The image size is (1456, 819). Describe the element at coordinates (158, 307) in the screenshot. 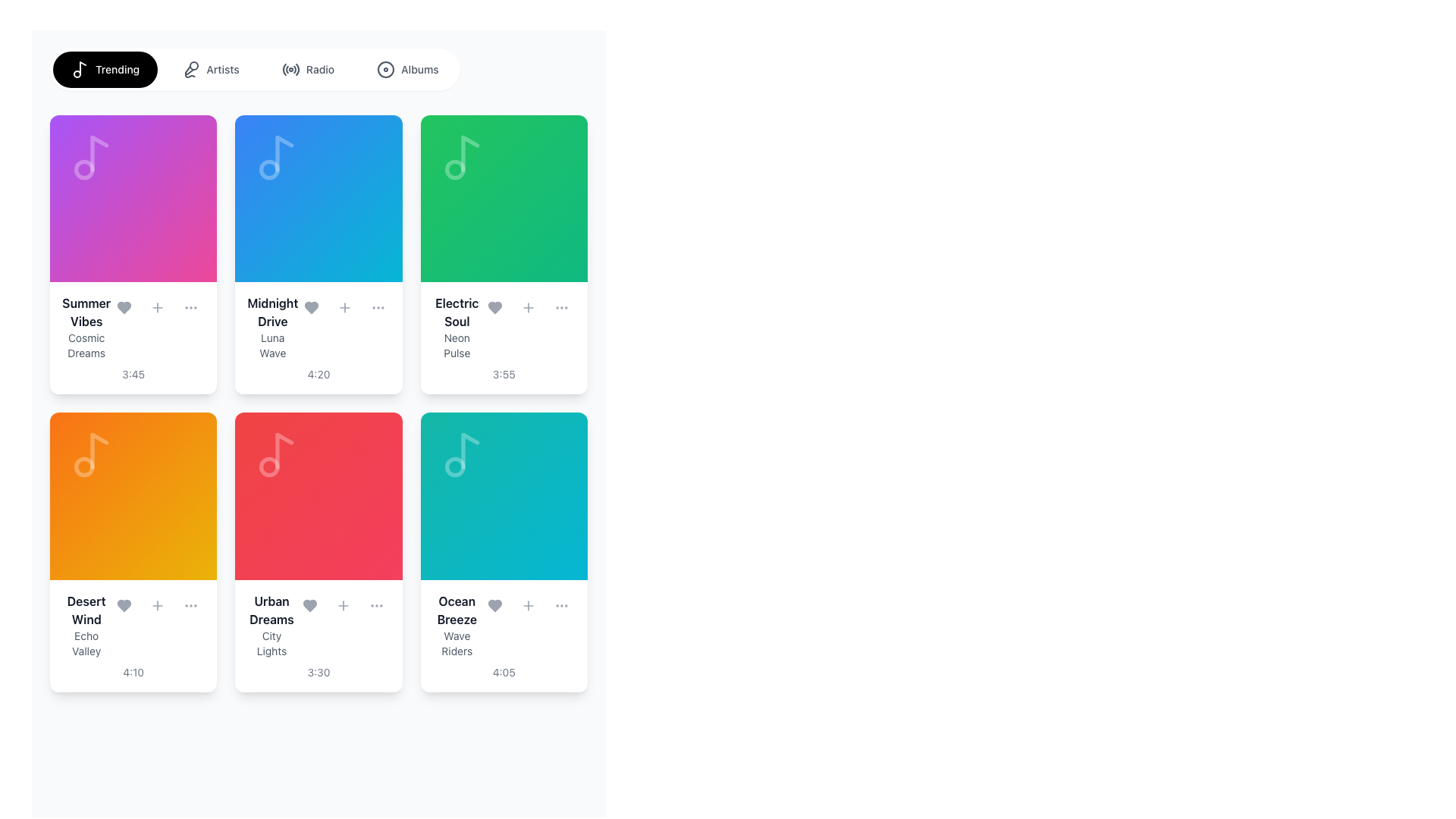

I see `the interactive button for adding content to the user's collection, located on the 'Summer Vibes' card in the first column and first row of the grid layout, positioned between the heart-shaped button and the three-dot menu button` at that location.